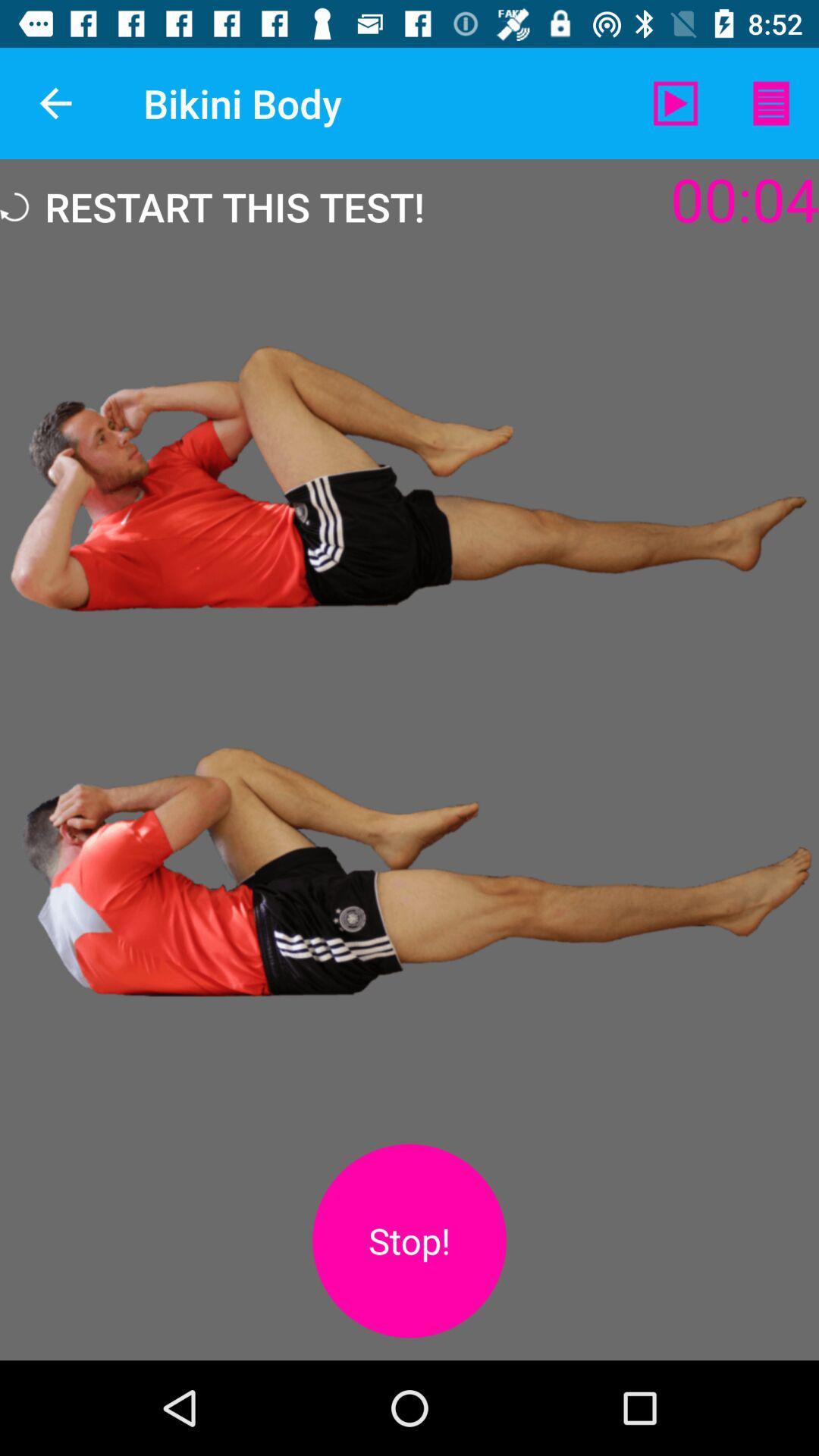 The height and width of the screenshot is (1456, 819). Describe the element at coordinates (55, 102) in the screenshot. I see `item above restart this test! item` at that location.